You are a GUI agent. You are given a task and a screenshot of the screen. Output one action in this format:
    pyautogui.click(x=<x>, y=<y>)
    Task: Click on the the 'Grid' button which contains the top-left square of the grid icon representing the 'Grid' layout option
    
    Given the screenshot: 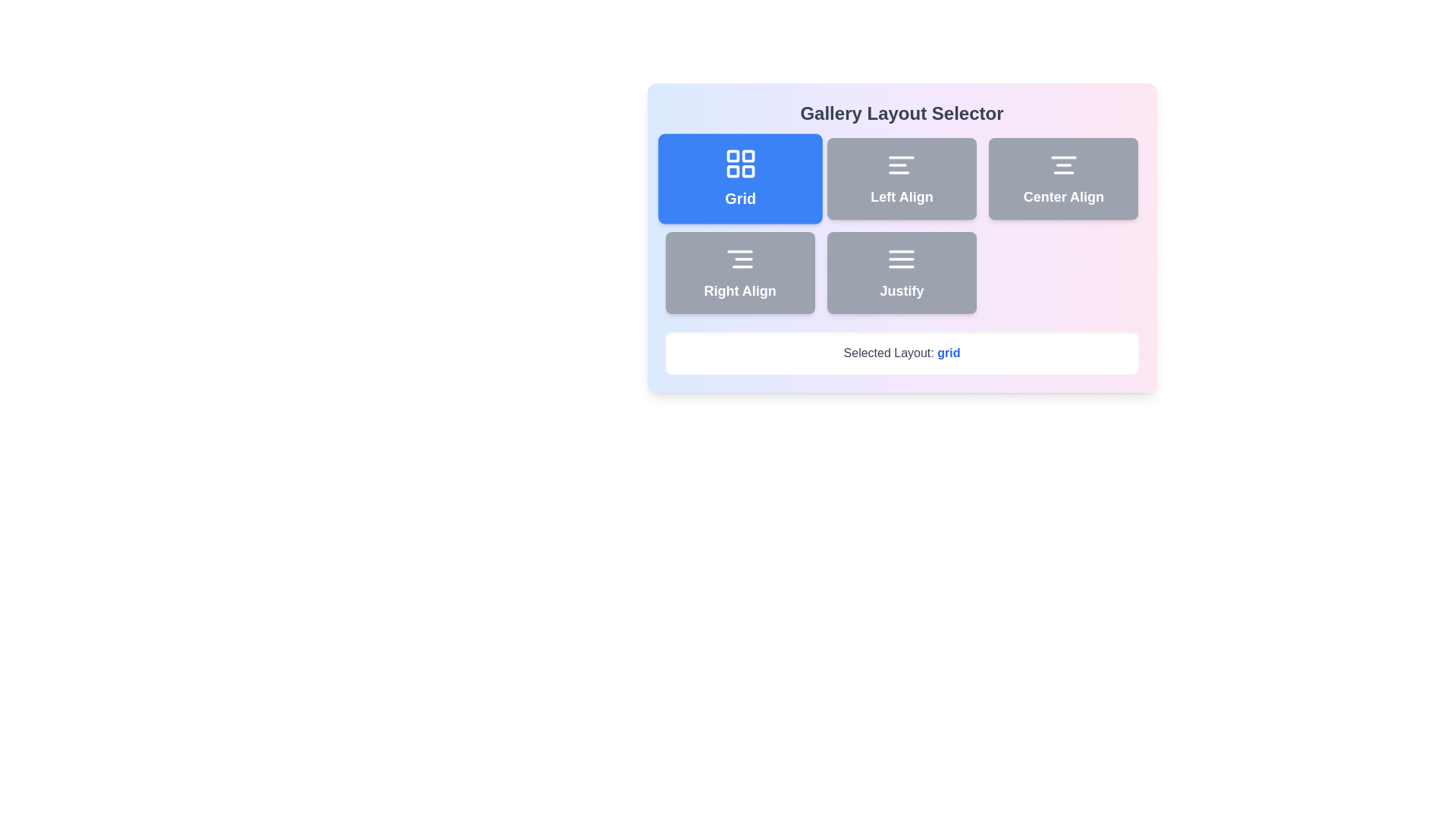 What is the action you would take?
    pyautogui.click(x=733, y=156)
    